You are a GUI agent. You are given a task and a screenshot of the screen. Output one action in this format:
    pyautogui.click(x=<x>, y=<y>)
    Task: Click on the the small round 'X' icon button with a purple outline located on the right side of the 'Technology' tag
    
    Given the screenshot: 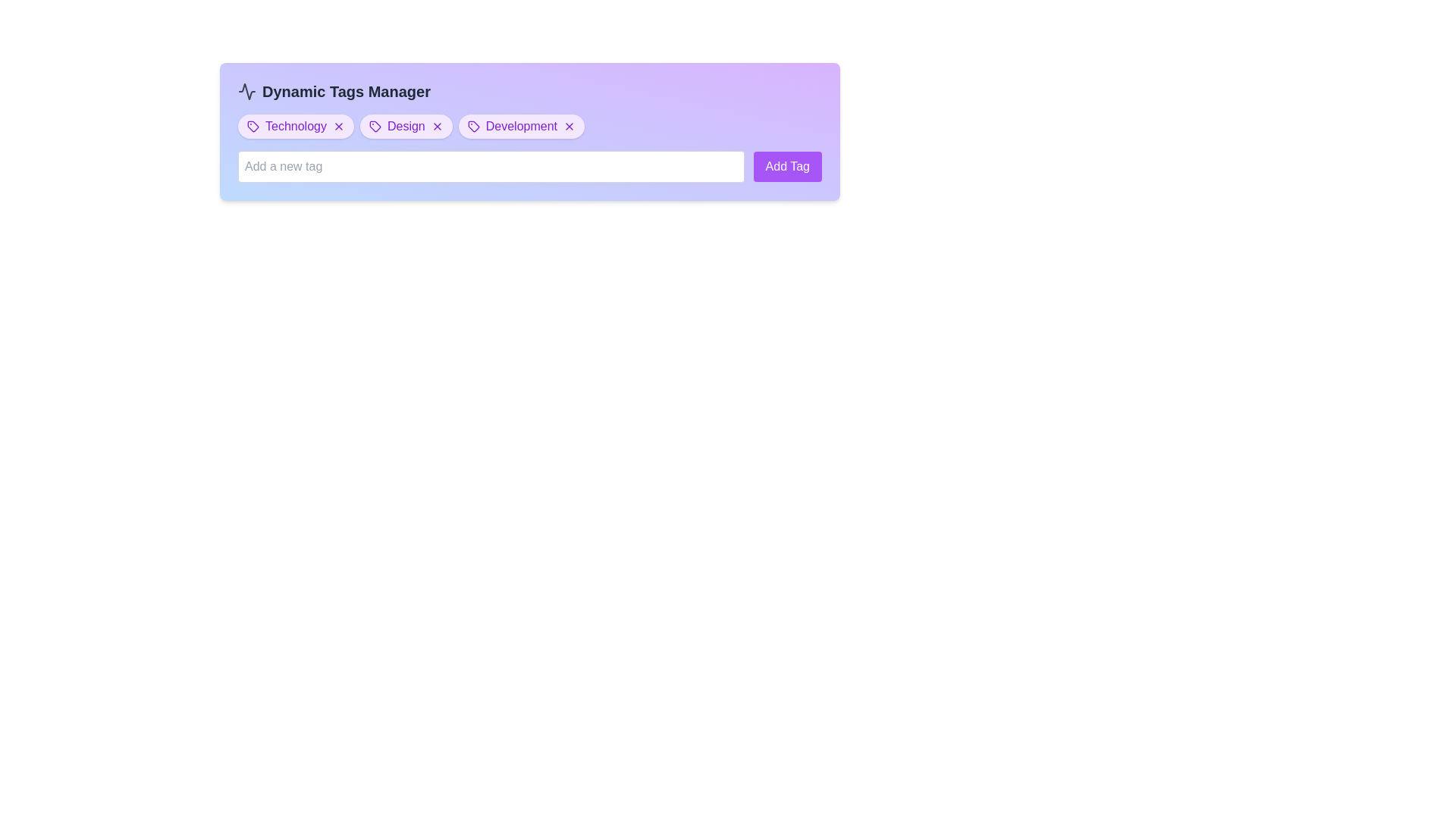 What is the action you would take?
    pyautogui.click(x=337, y=125)
    